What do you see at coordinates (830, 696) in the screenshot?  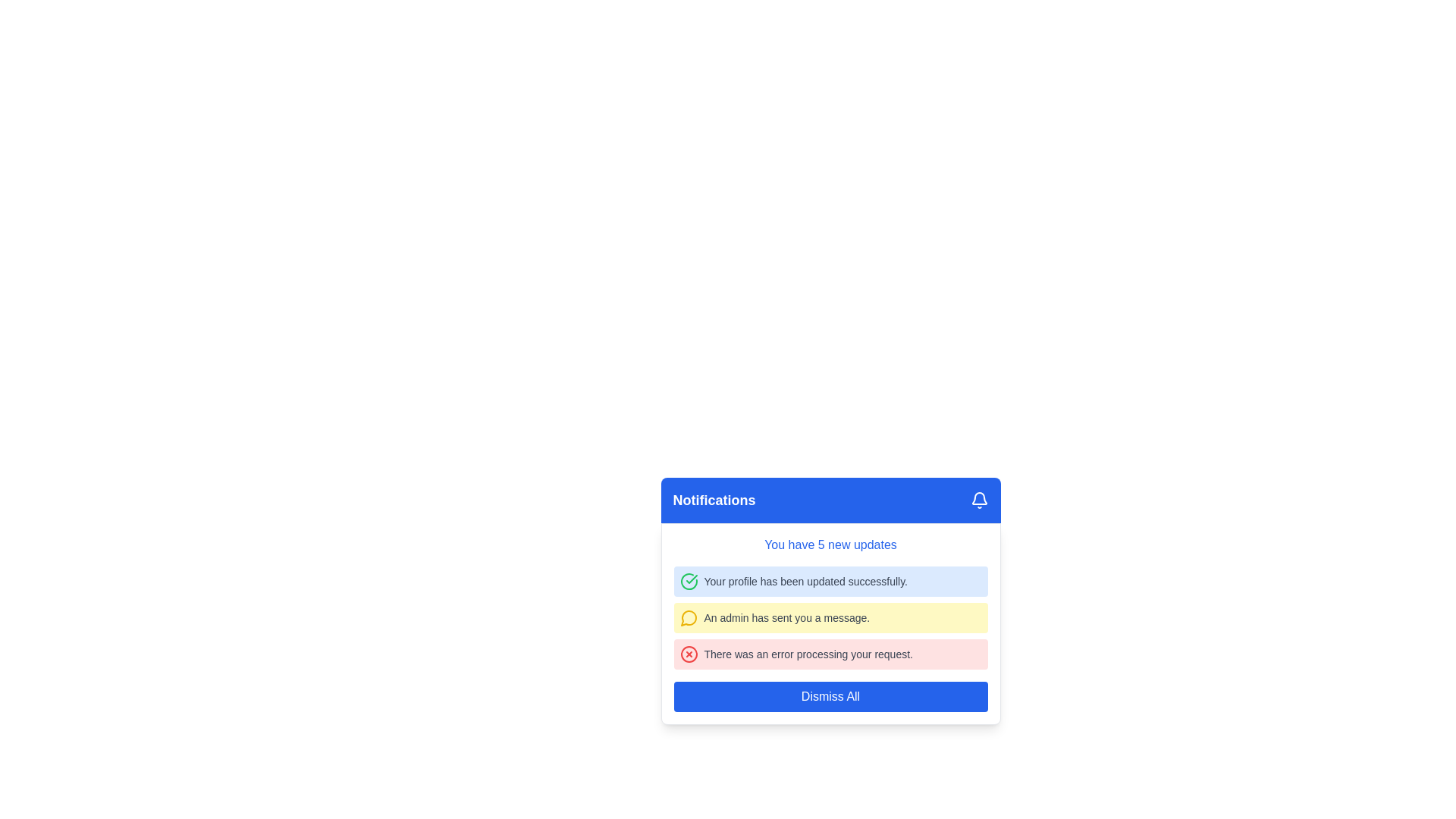 I see `the 'Dismiss All' button, which is a rectangular button with bold white text on a blue background, located at the bottom of the notification panel` at bounding box center [830, 696].